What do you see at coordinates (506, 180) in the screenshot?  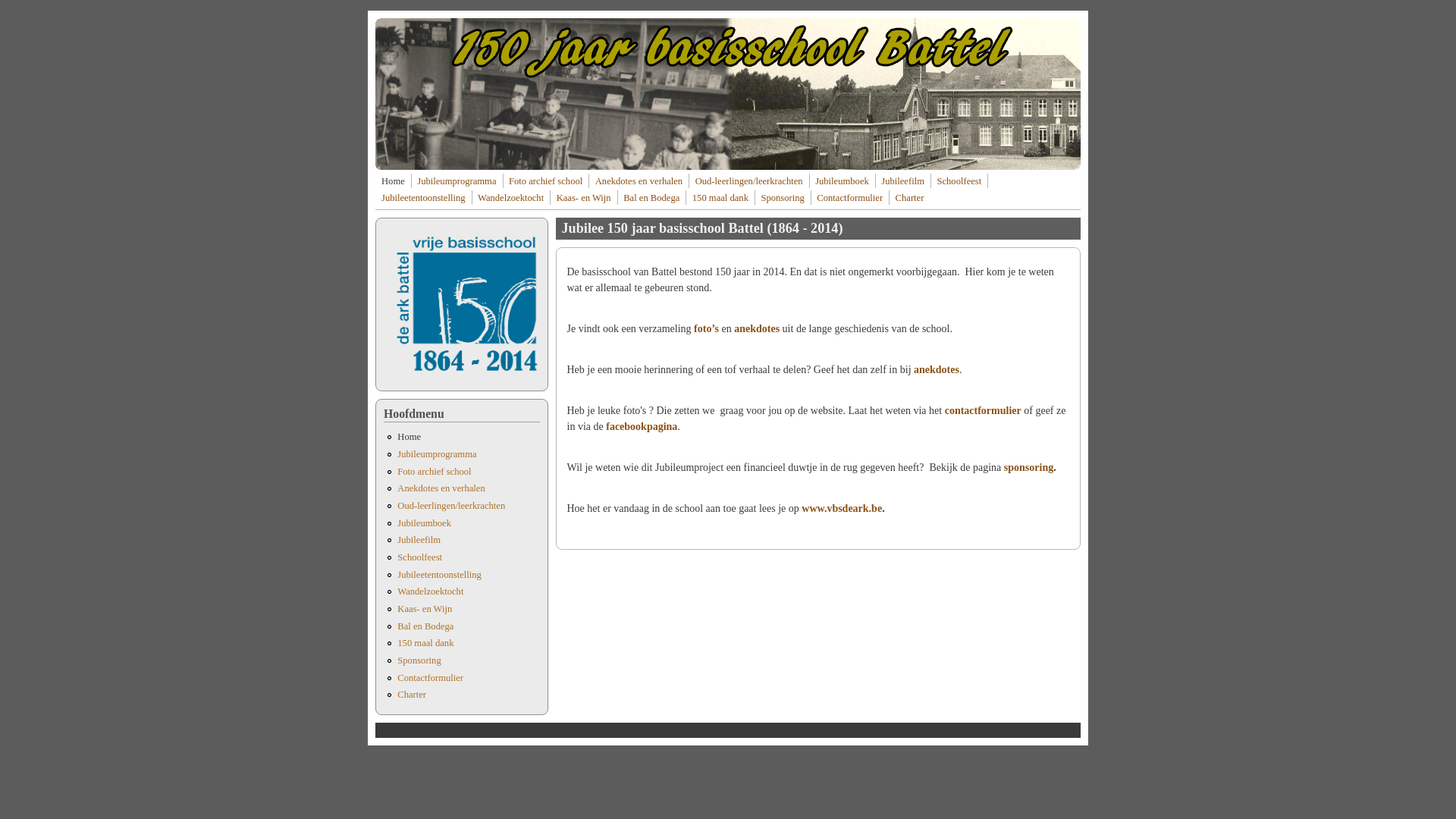 I see `'Foto archief school'` at bounding box center [506, 180].